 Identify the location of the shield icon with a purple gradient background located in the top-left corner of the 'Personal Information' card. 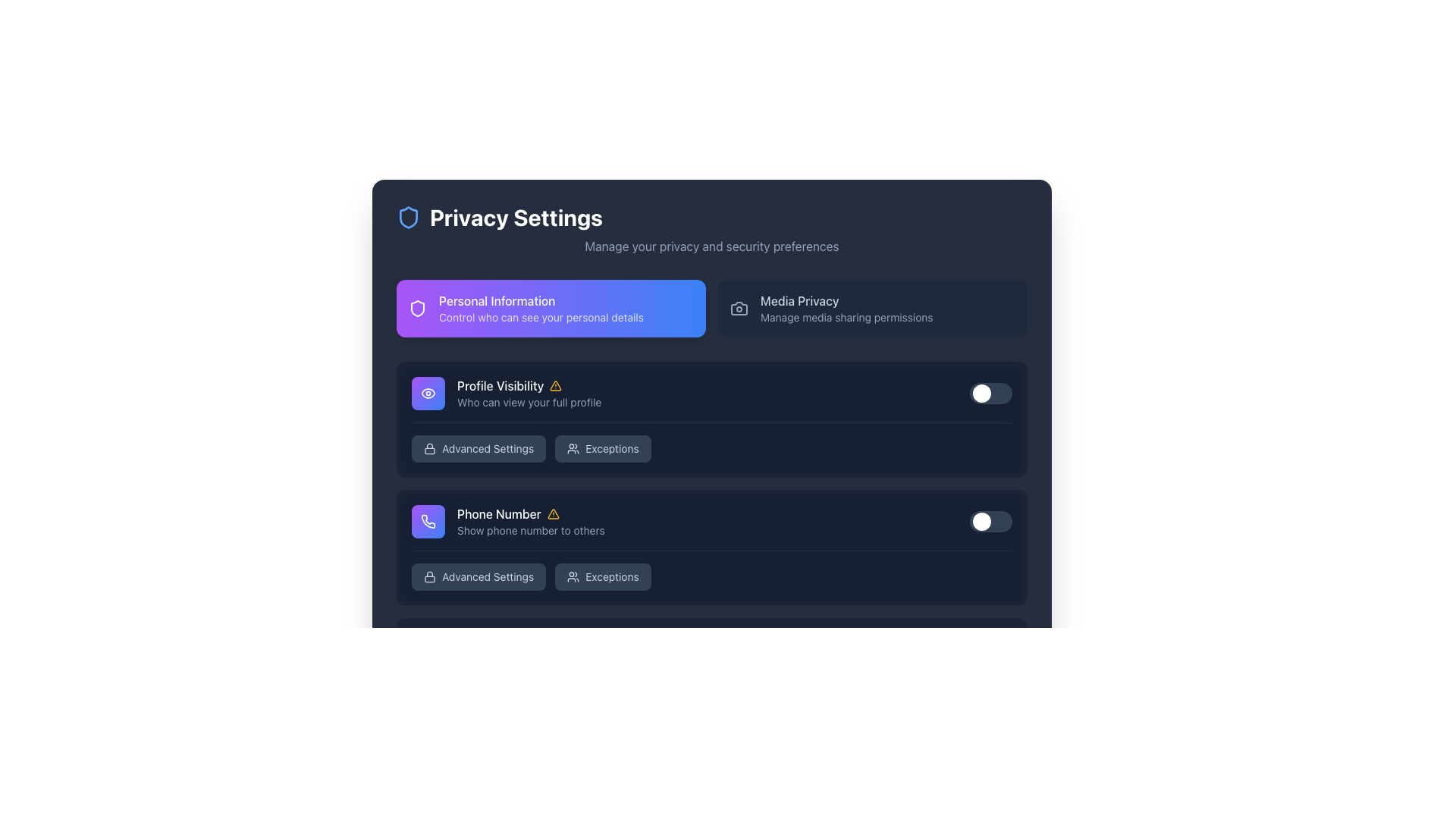
(418, 308).